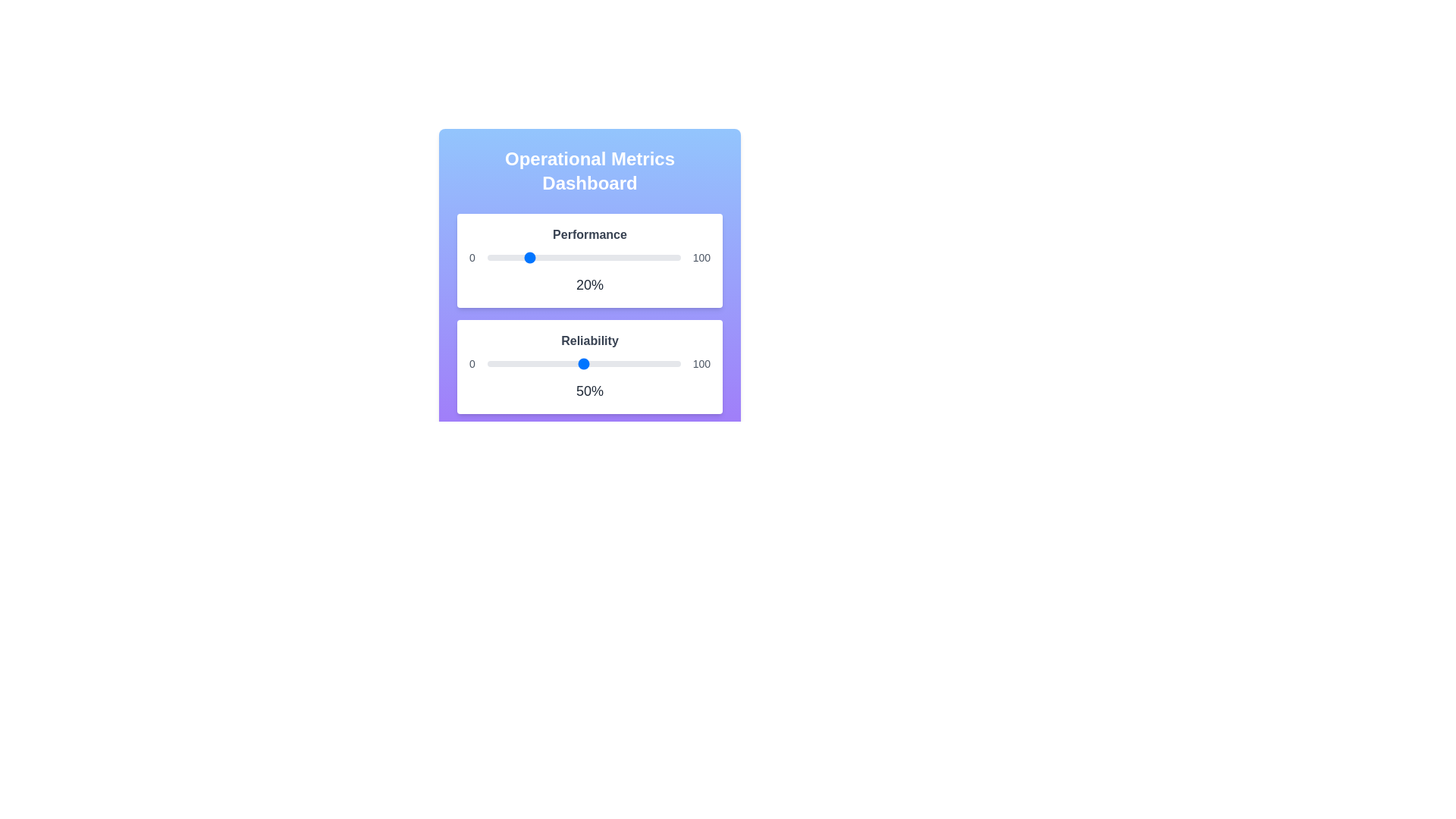 The width and height of the screenshot is (1456, 819). Describe the element at coordinates (588, 363) in the screenshot. I see `the Reliability slider` at that location.